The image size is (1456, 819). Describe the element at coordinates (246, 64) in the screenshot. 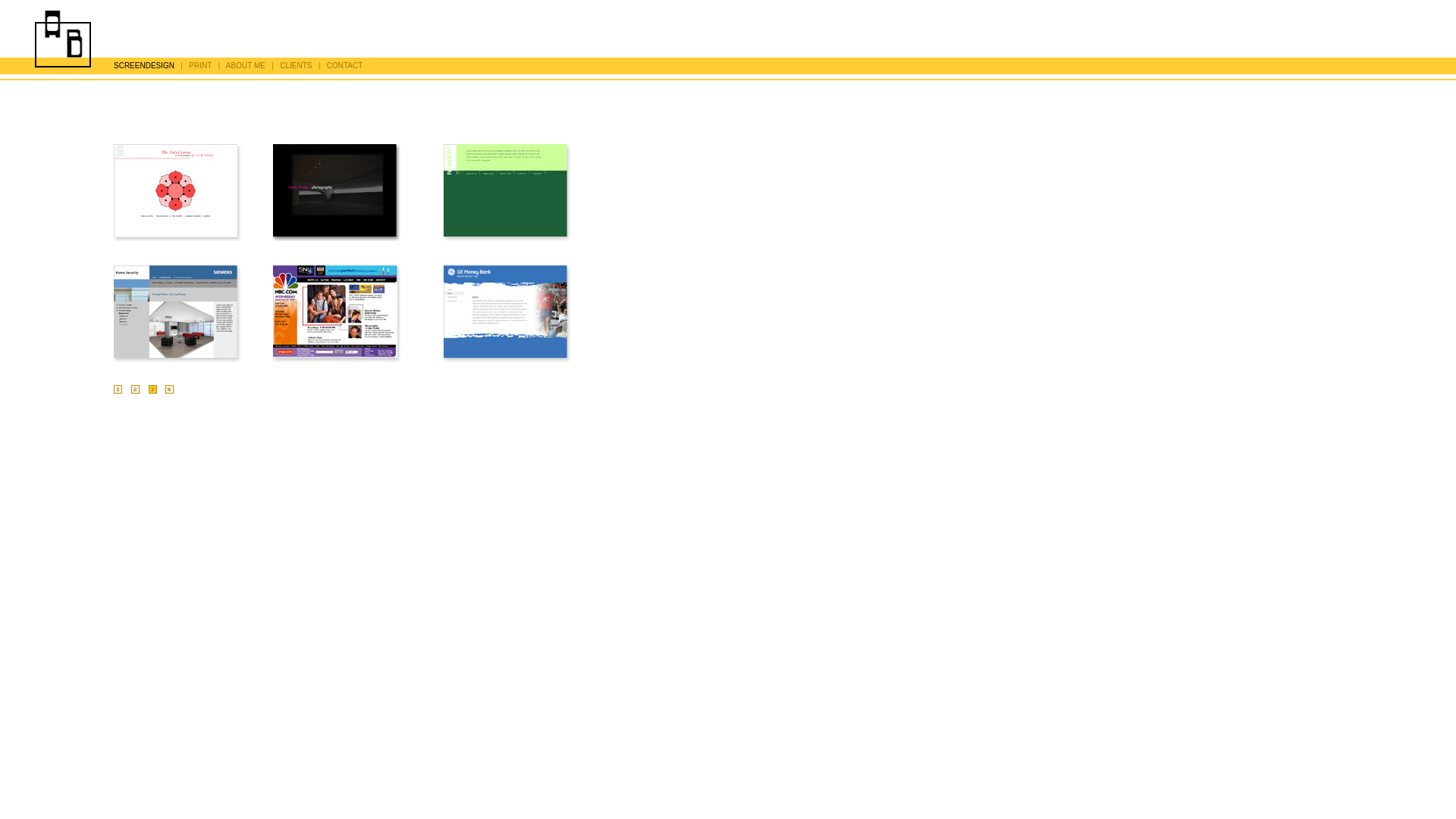

I see `'ABOUT ME'` at that location.